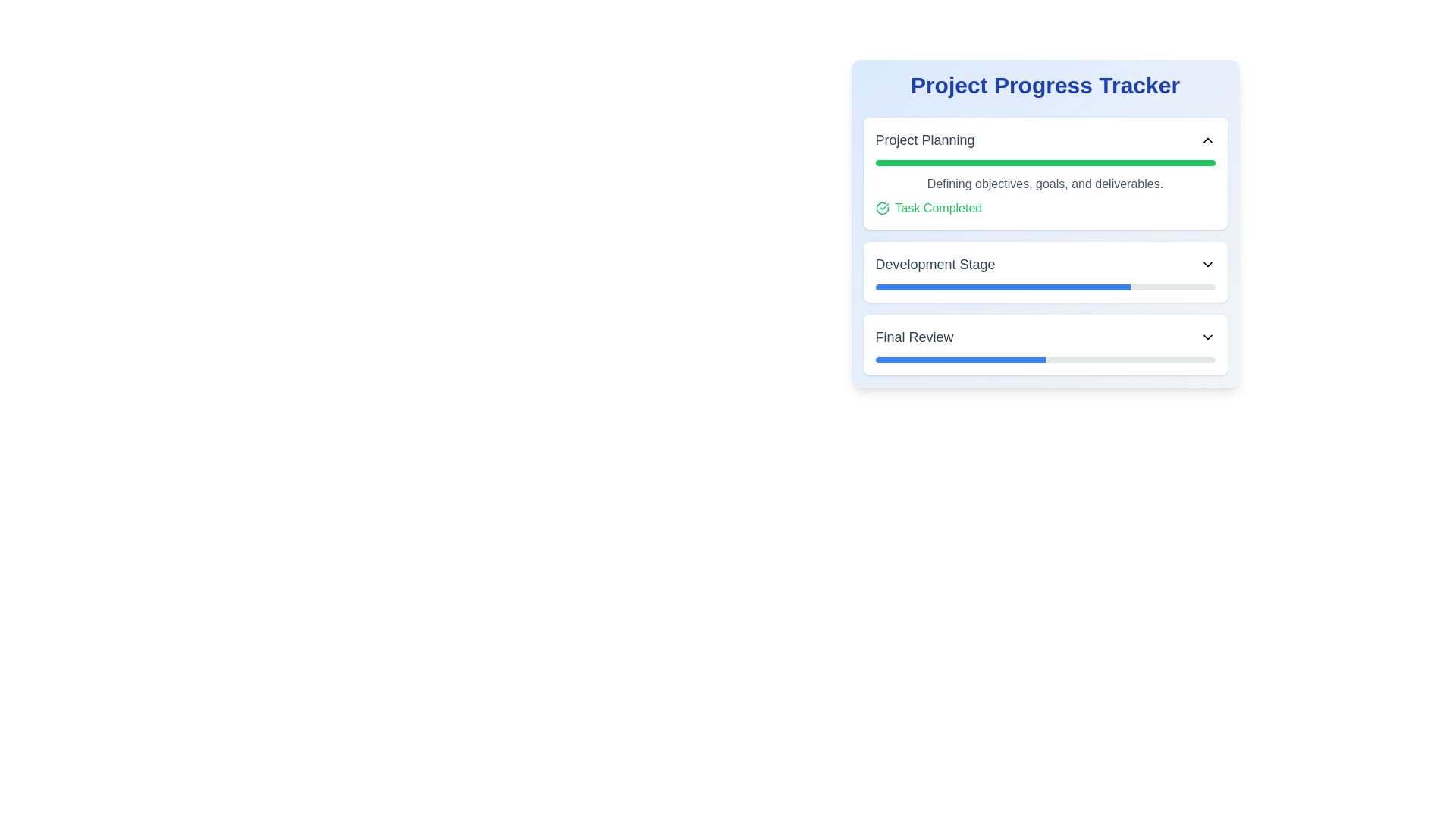 The height and width of the screenshot is (819, 1456). What do you see at coordinates (1044, 172) in the screenshot?
I see `the Informational card titled 'Project Planning' which is the first card in a vertical list, featuring a white background and a green progress bar` at bounding box center [1044, 172].